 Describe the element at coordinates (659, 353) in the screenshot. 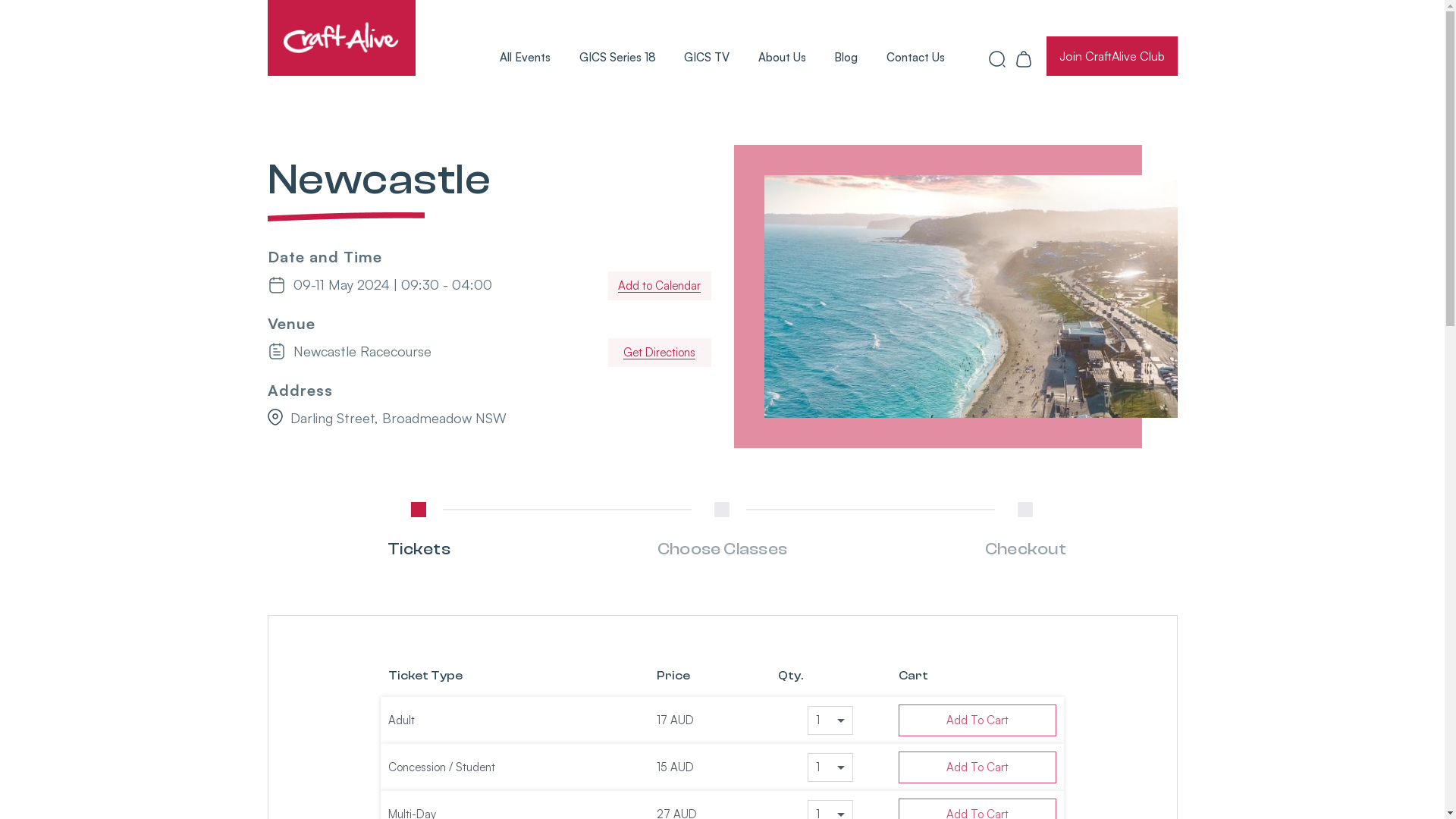

I see `'Get Directions'` at that location.